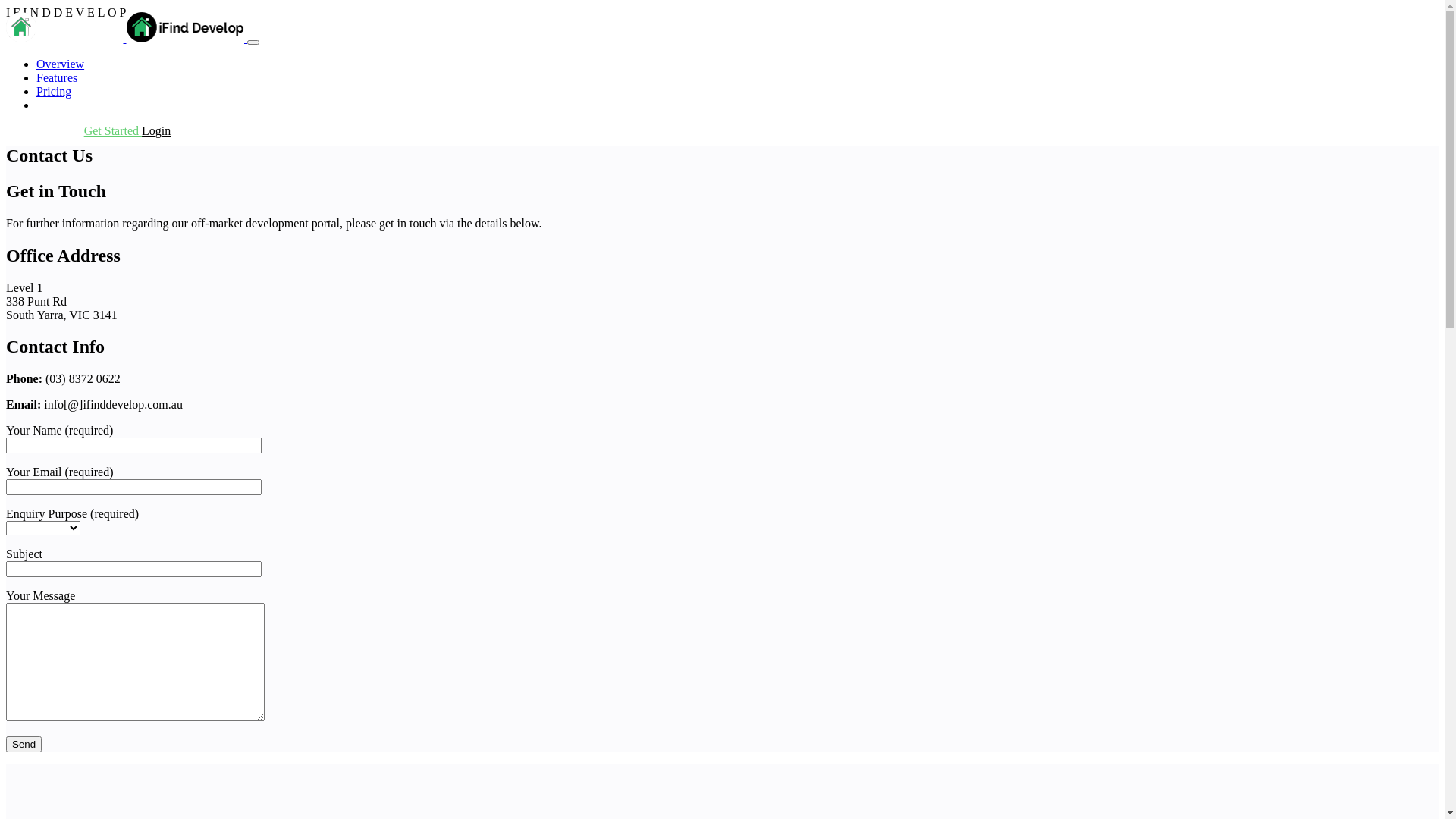  Describe the element at coordinates (55, 104) in the screenshot. I see `'Contact'` at that location.